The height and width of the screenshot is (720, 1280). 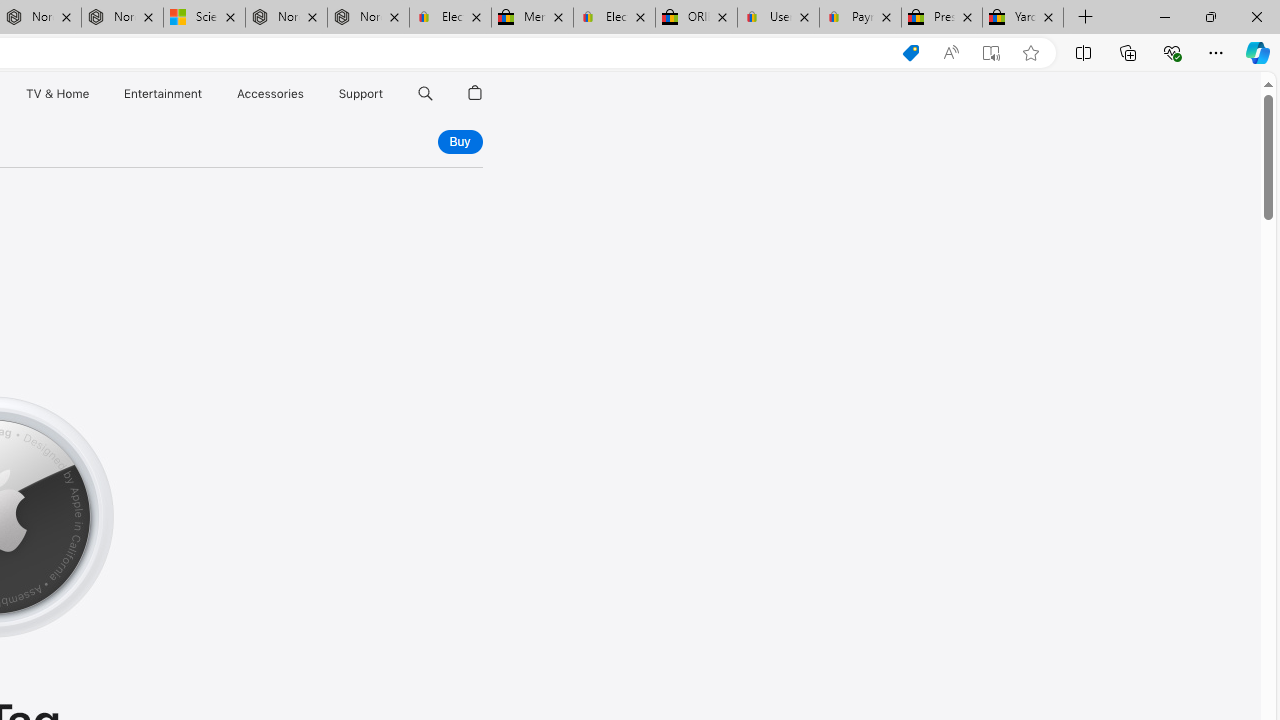 What do you see at coordinates (387, 93) in the screenshot?
I see `'Support menu'` at bounding box center [387, 93].